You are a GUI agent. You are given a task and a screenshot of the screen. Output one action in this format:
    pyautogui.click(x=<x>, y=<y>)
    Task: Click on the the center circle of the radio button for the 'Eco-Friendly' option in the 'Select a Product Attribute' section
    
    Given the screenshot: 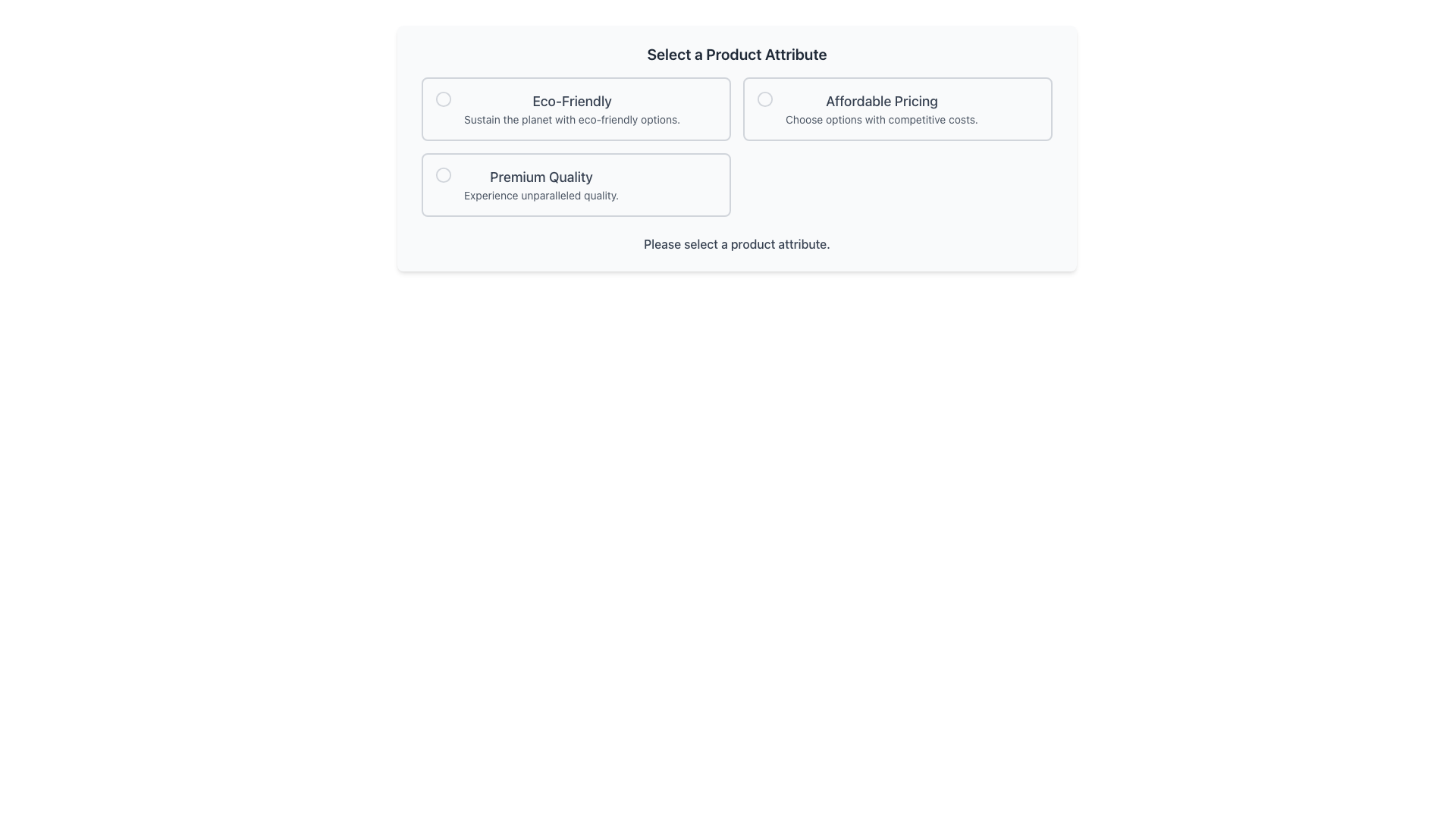 What is the action you would take?
    pyautogui.click(x=443, y=99)
    